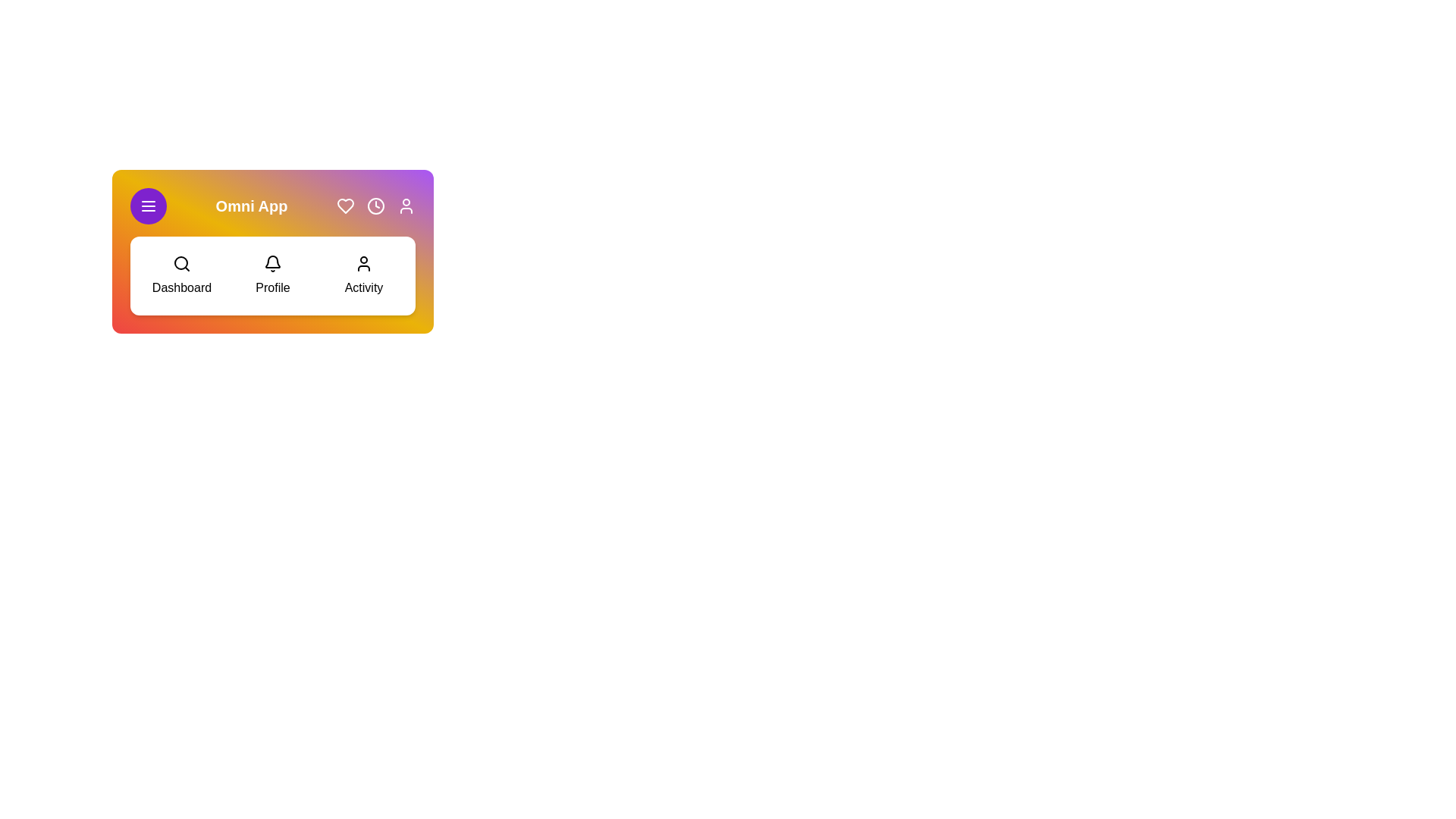 The height and width of the screenshot is (819, 1456). I want to click on the 'User' icon in the top-right corner of the StylishAppBar, so click(406, 206).